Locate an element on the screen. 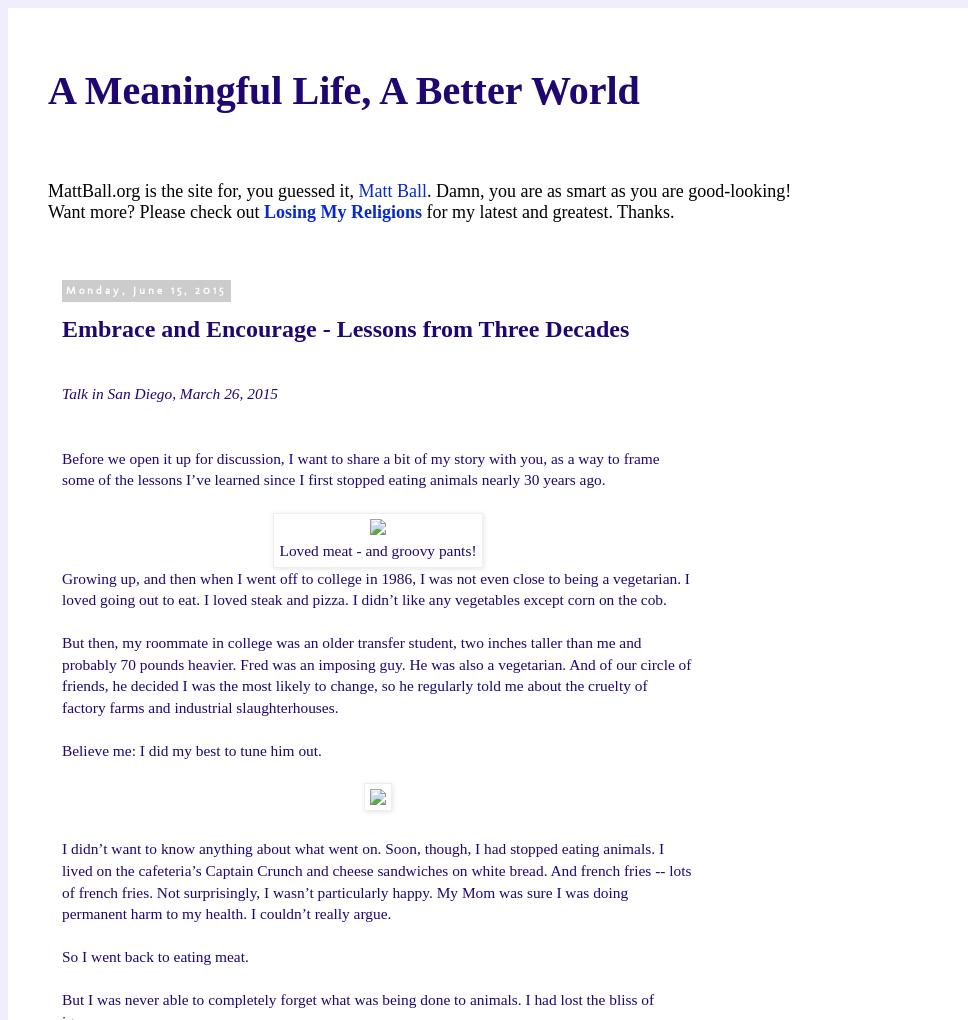  'Monday, June 15, 2015' is located at coordinates (144, 289).